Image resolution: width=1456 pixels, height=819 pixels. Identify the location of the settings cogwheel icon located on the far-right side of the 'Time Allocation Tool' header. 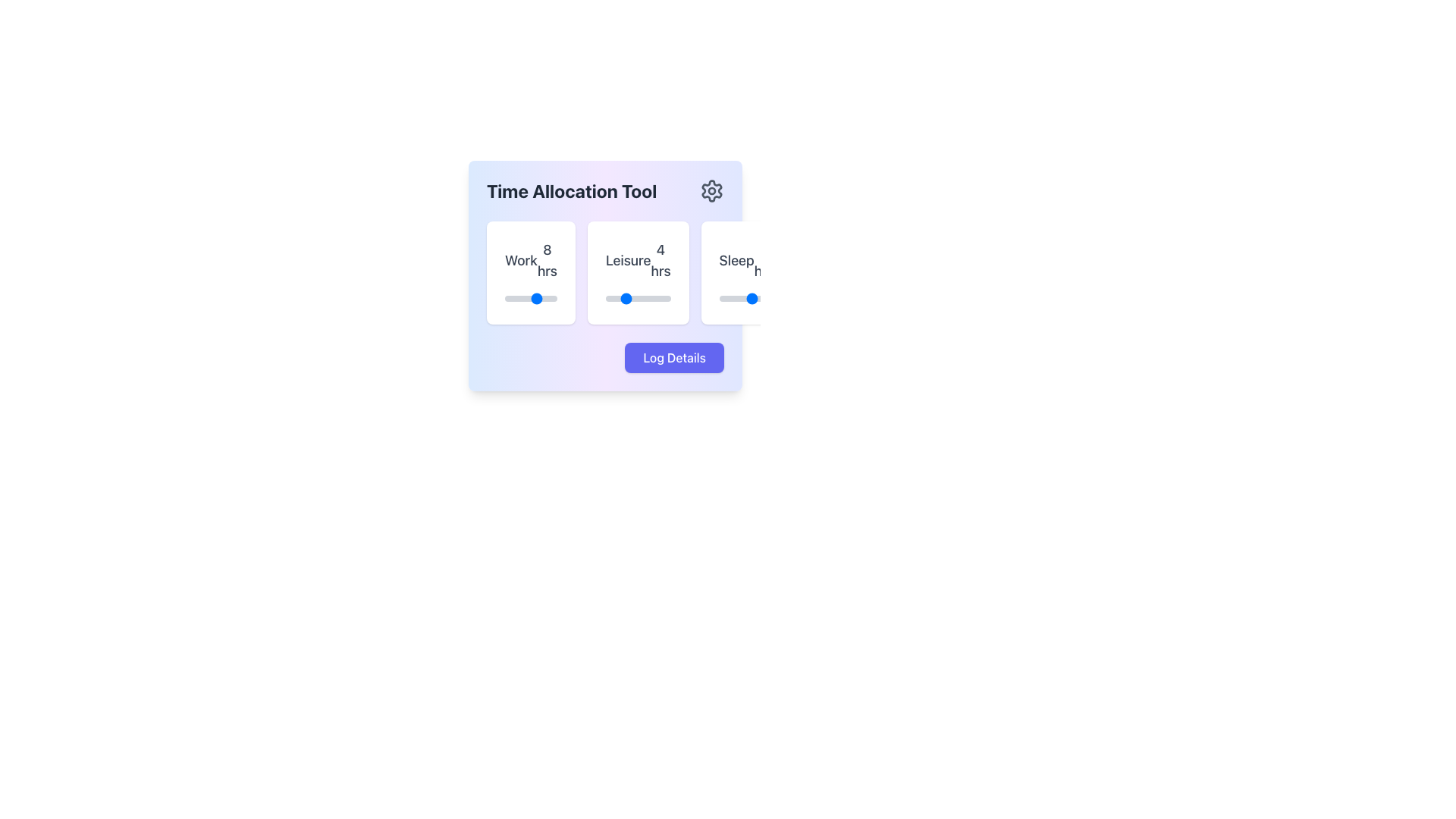
(711, 190).